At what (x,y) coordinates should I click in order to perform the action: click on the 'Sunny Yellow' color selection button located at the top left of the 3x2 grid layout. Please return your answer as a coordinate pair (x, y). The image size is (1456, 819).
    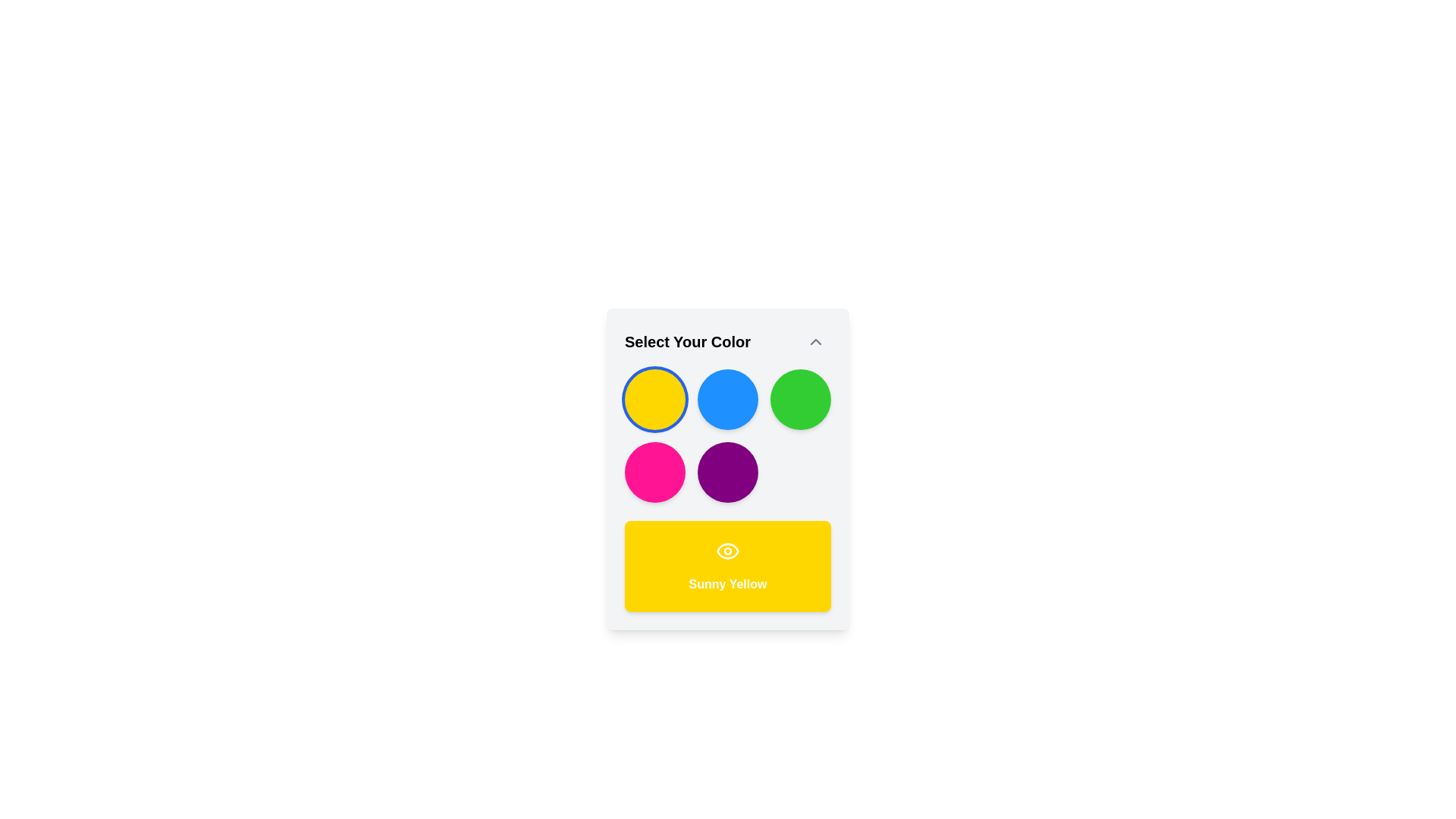
    Looking at the image, I should click on (655, 399).